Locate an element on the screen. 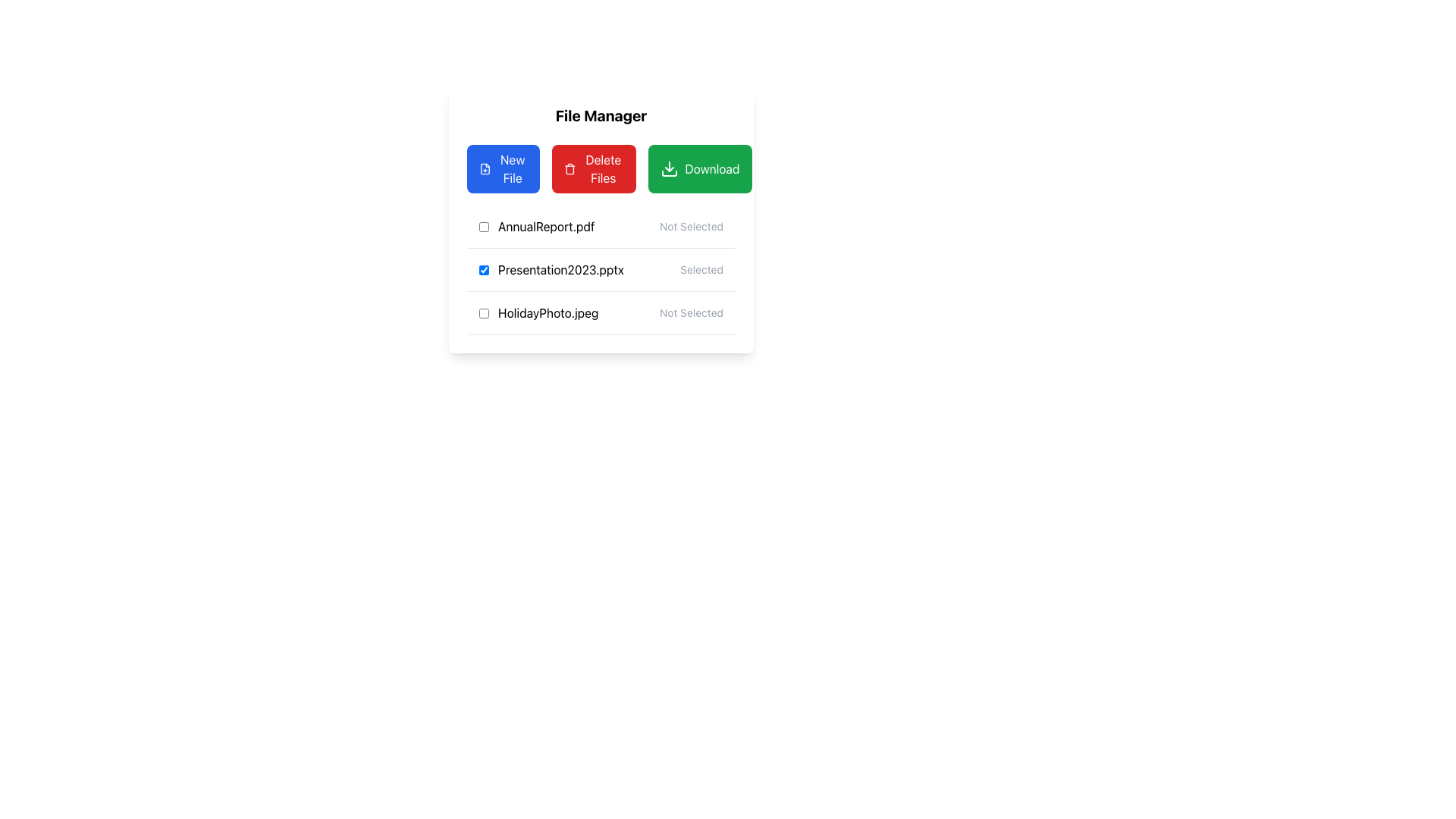 The width and height of the screenshot is (1456, 819). the 'AnnualReport.pdf' file entry in the file manager is located at coordinates (537, 227).